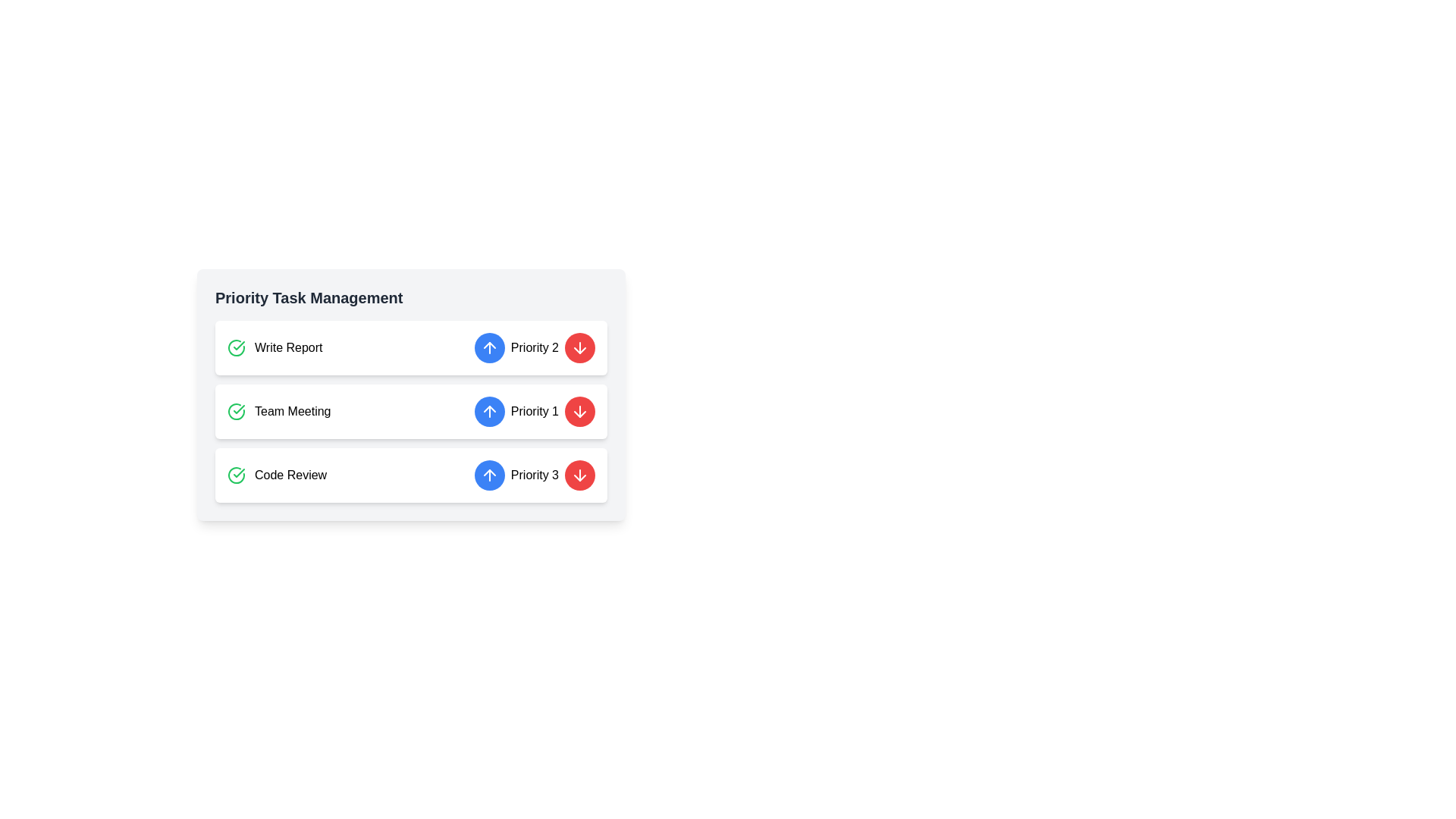 Image resolution: width=1456 pixels, height=819 pixels. What do you see at coordinates (411, 400) in the screenshot?
I see `the 'Team Meeting' task within the 'Priority Task Management' card to focus on it` at bounding box center [411, 400].